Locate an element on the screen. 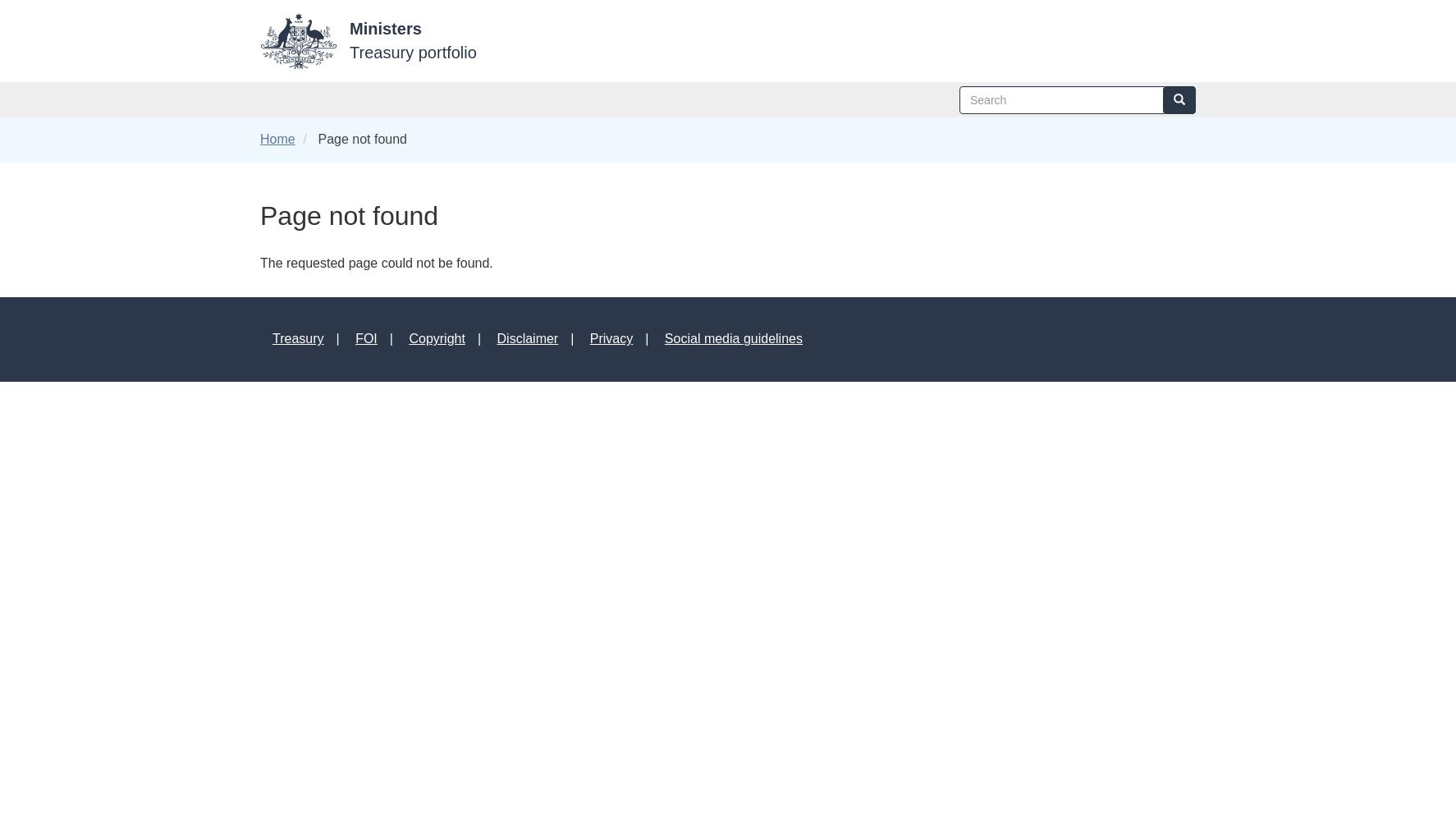  'Privacy' is located at coordinates (588, 338).